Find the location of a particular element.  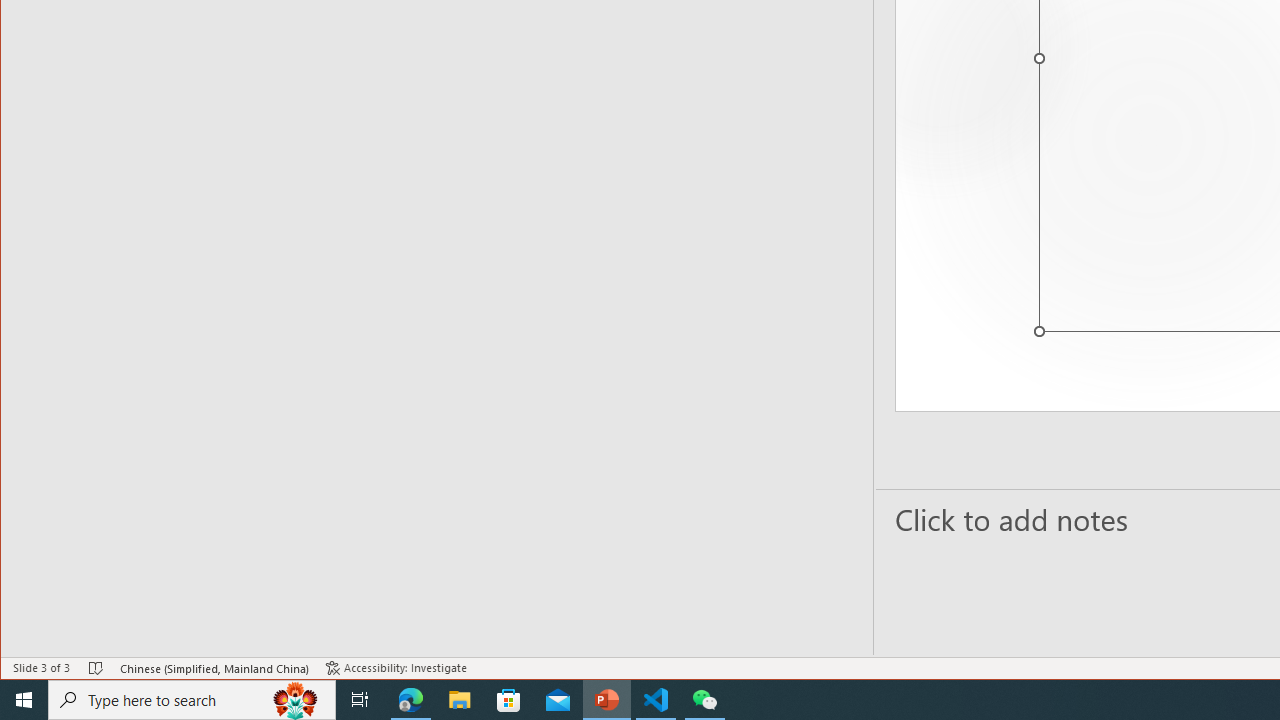

'WeChat - 1 running window' is located at coordinates (705, 698).